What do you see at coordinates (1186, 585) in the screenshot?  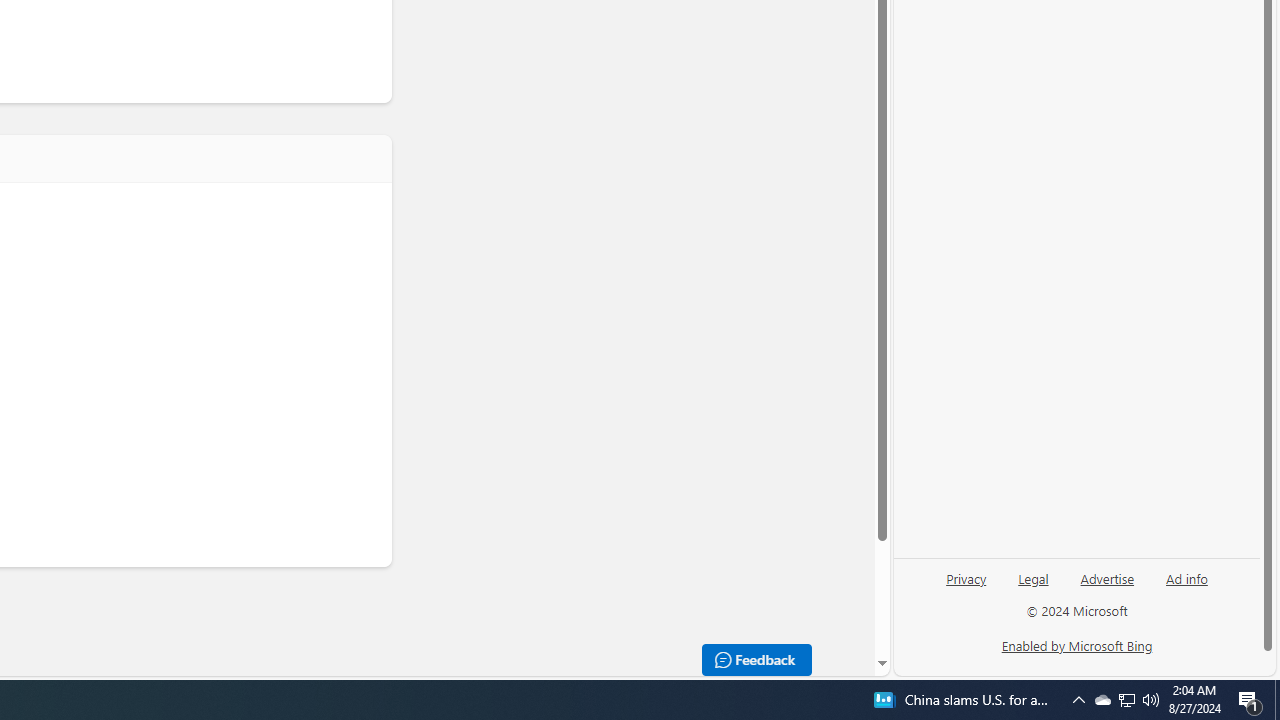 I see `'Ad info'` at bounding box center [1186, 585].